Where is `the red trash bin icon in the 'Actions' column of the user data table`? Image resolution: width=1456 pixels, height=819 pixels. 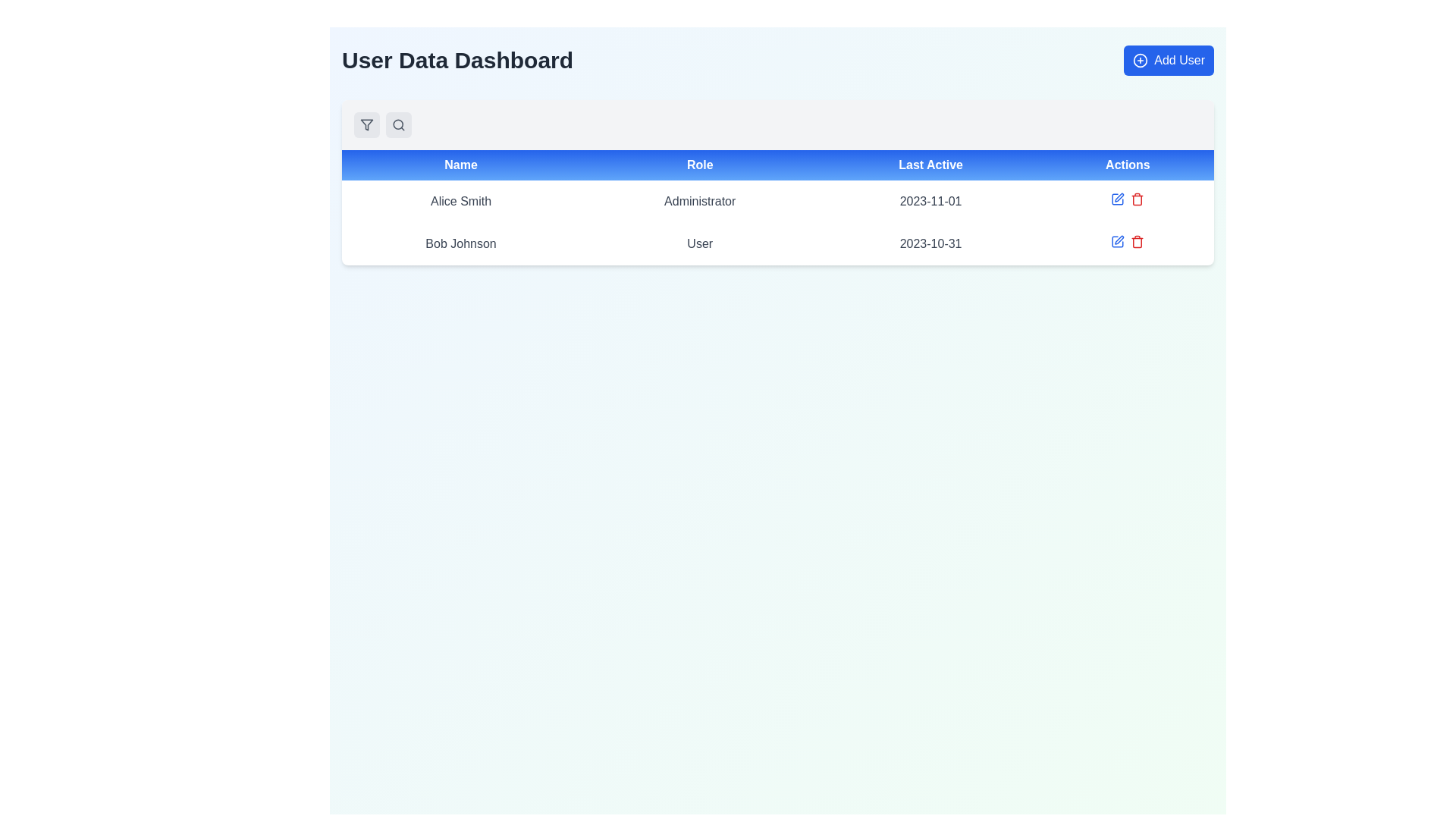 the red trash bin icon in the 'Actions' column of the user data table is located at coordinates (1137, 241).